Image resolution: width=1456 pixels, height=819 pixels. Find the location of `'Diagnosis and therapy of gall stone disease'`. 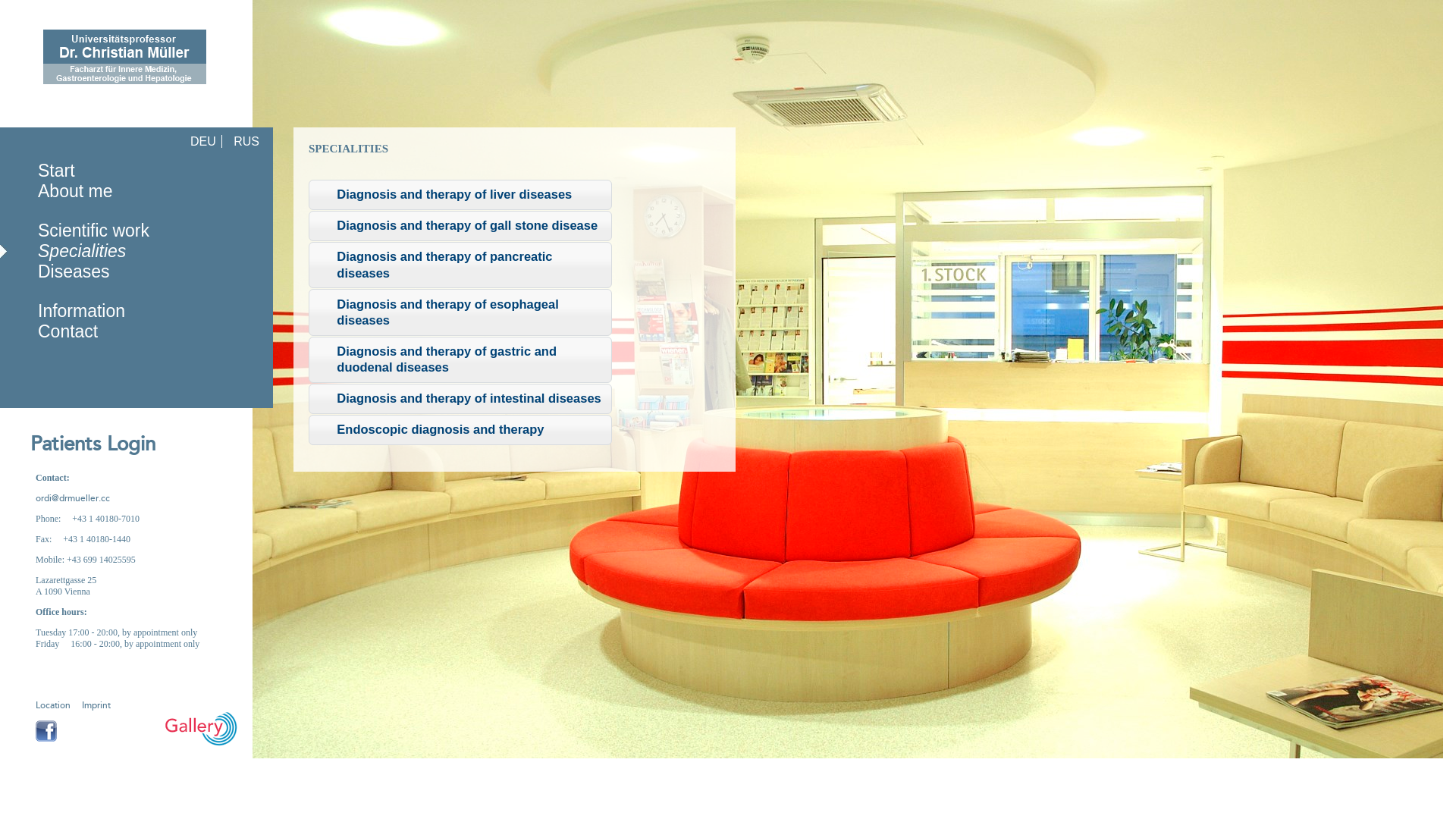

'Diagnosis and therapy of gall stone disease' is located at coordinates (459, 225).